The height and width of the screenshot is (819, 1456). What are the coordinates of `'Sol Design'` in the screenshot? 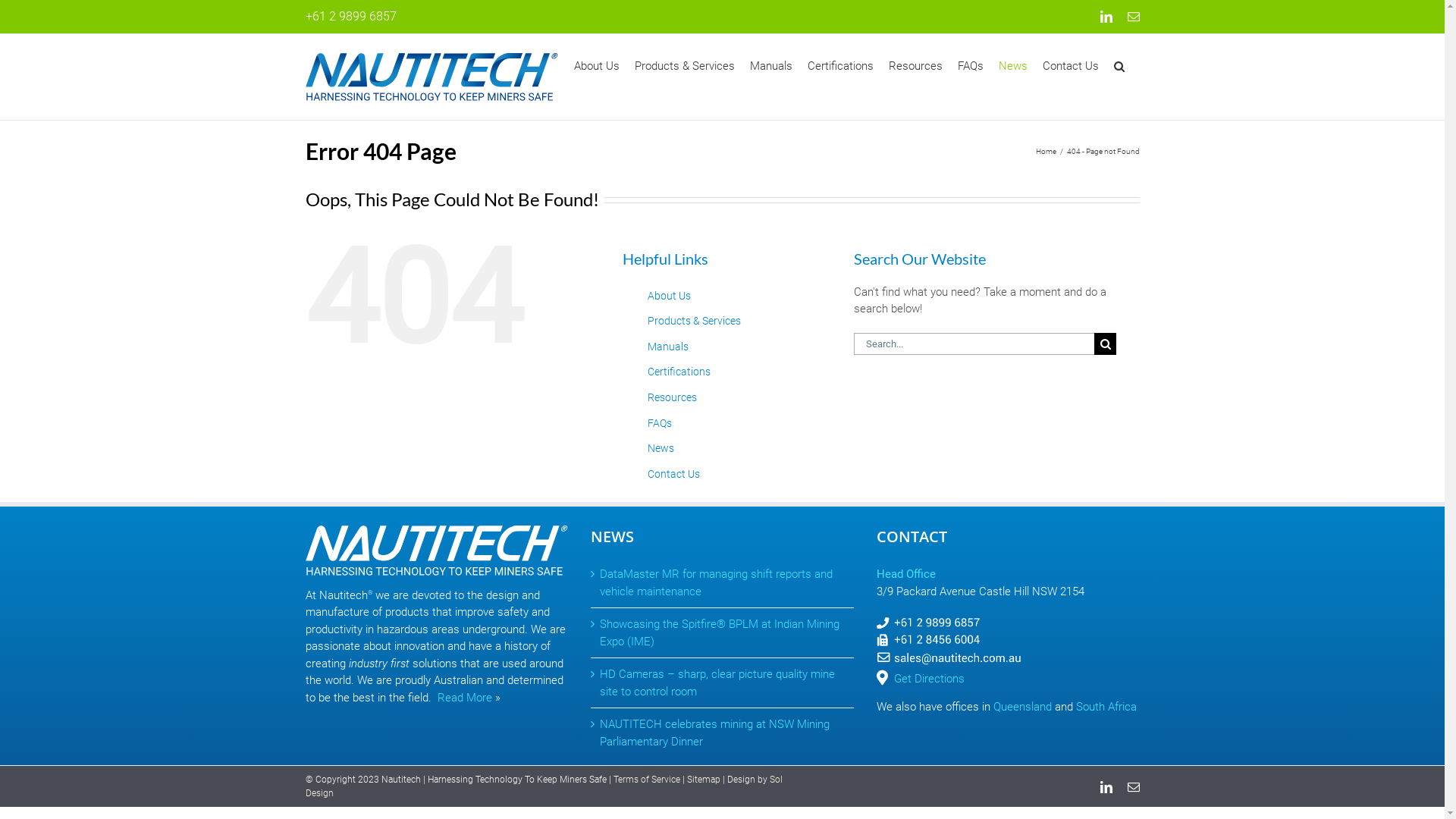 It's located at (543, 786).